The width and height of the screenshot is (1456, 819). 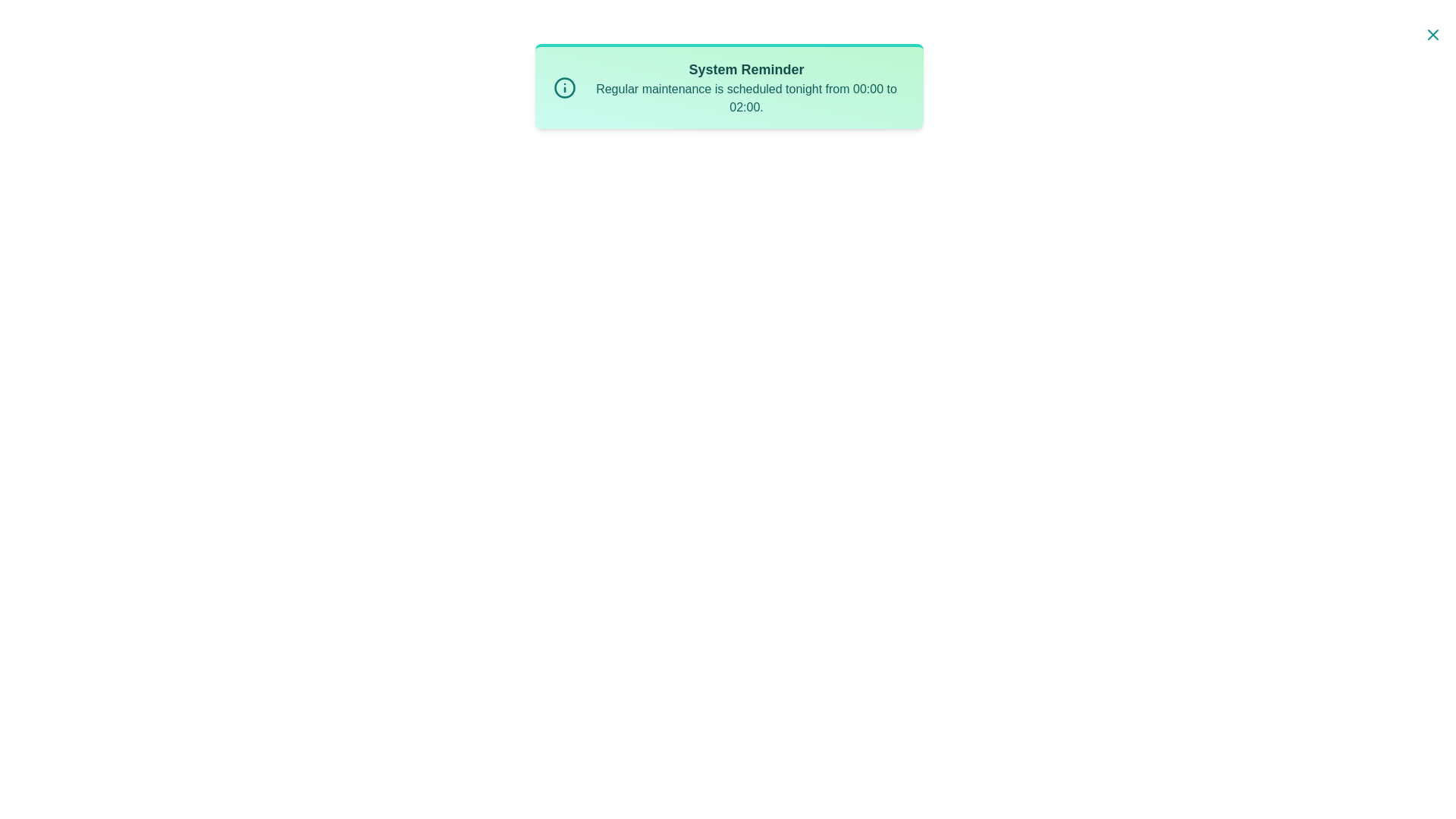 I want to click on close button located at the top-right corner of the notification to hide it, so click(x=1432, y=34).